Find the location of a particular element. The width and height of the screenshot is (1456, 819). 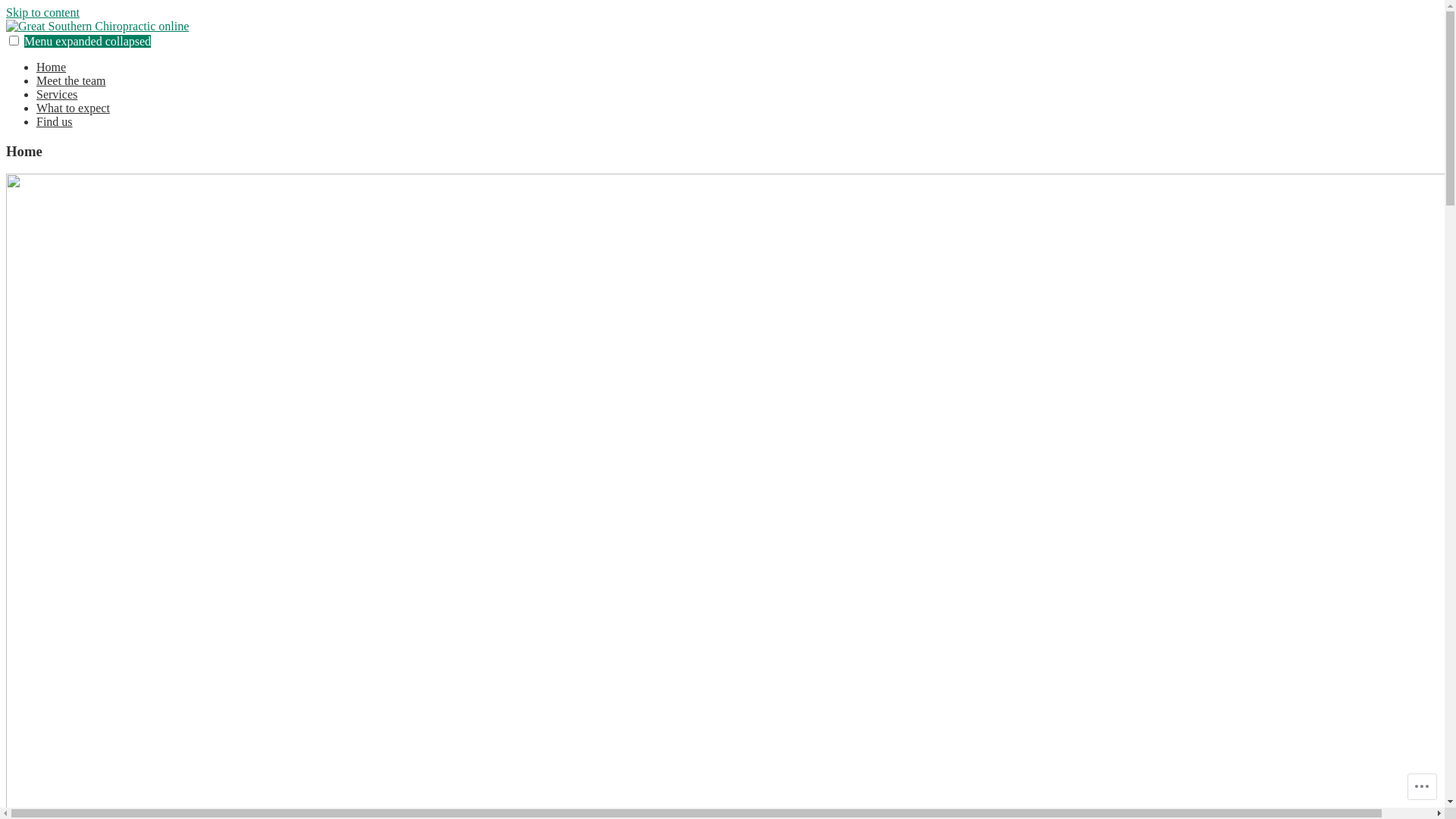

'What to expect' is located at coordinates (36, 107).